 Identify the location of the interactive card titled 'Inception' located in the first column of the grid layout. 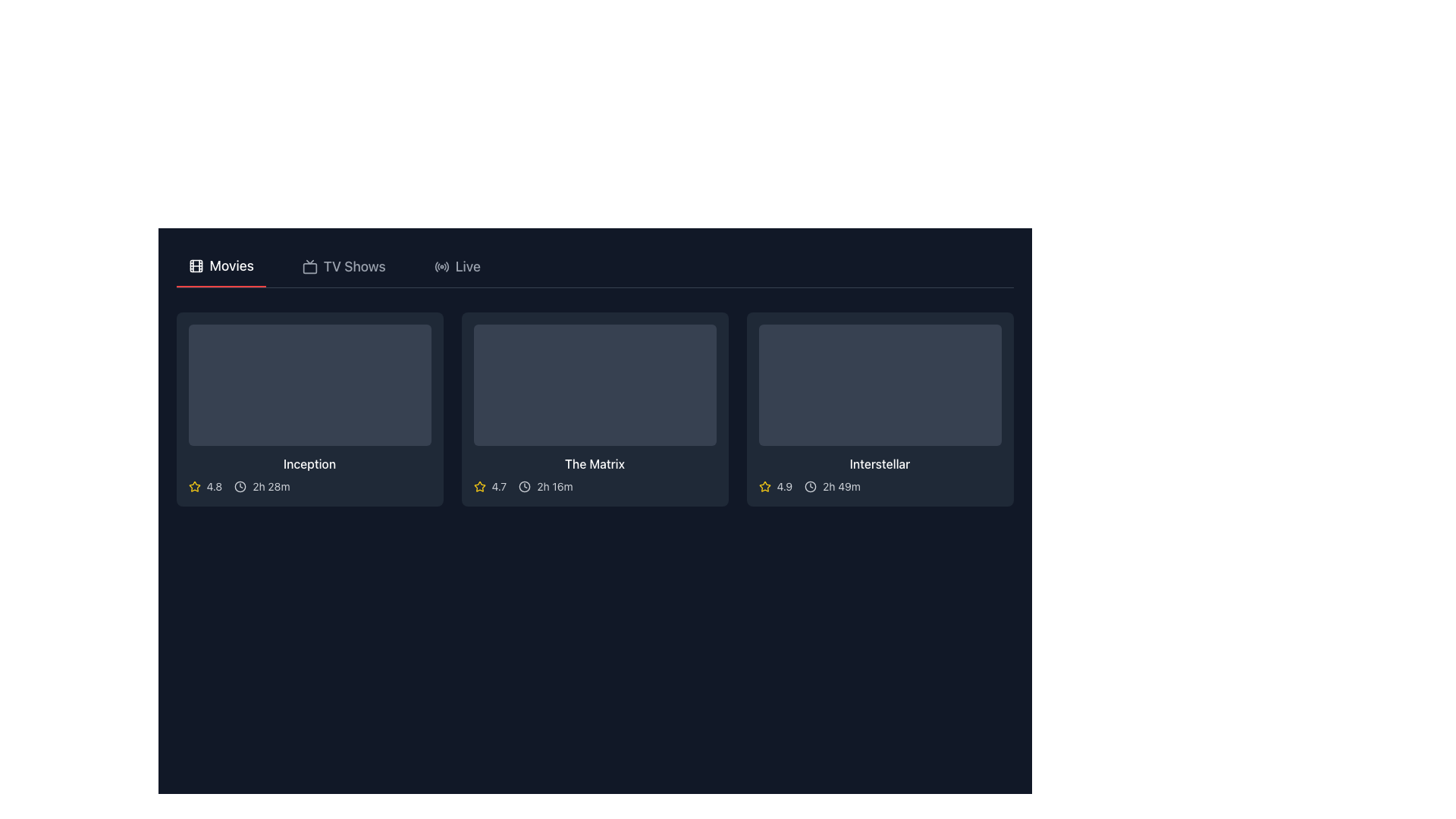
(309, 409).